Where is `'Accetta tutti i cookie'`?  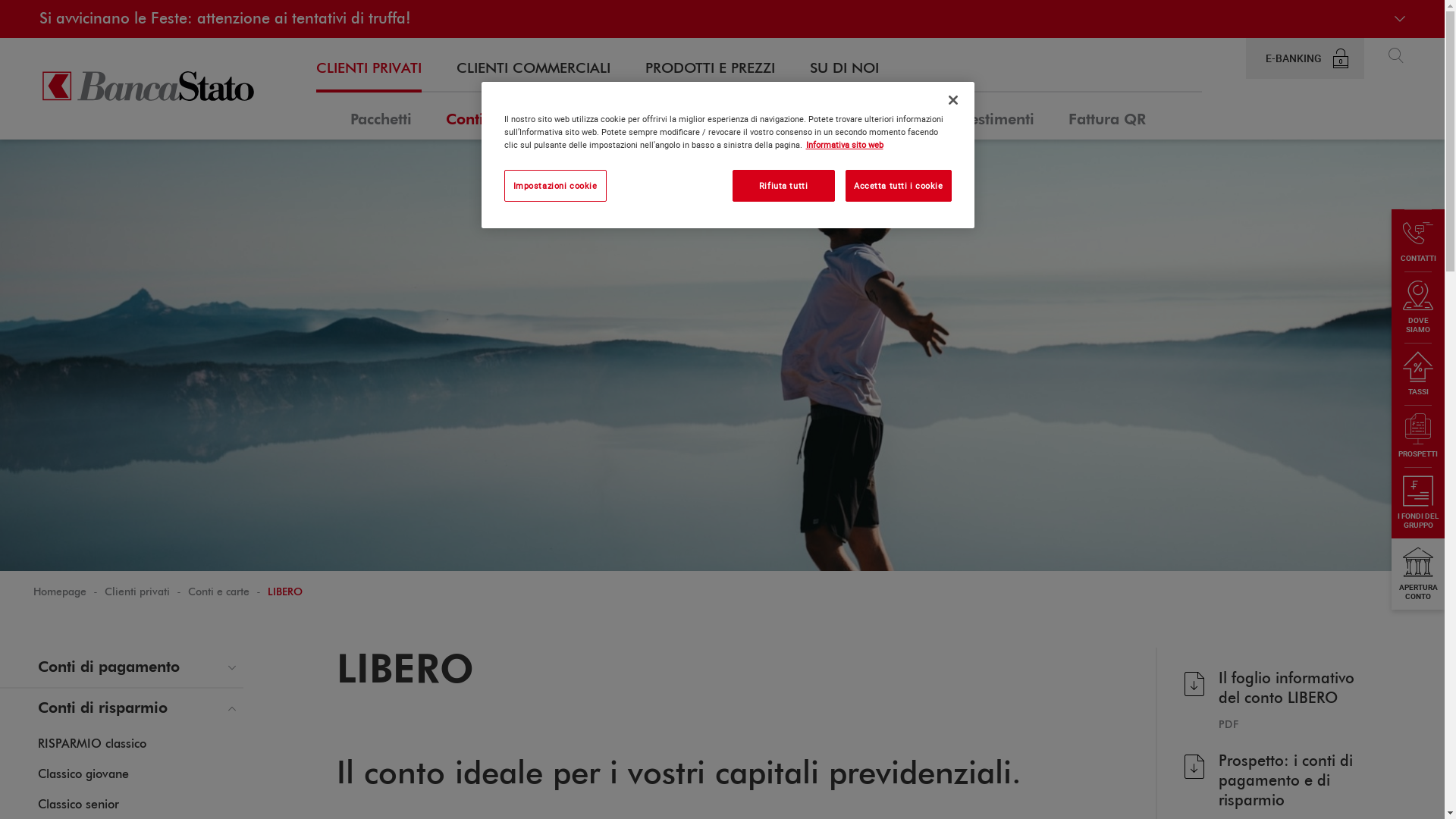 'Accetta tutti i cookie' is located at coordinates (899, 185).